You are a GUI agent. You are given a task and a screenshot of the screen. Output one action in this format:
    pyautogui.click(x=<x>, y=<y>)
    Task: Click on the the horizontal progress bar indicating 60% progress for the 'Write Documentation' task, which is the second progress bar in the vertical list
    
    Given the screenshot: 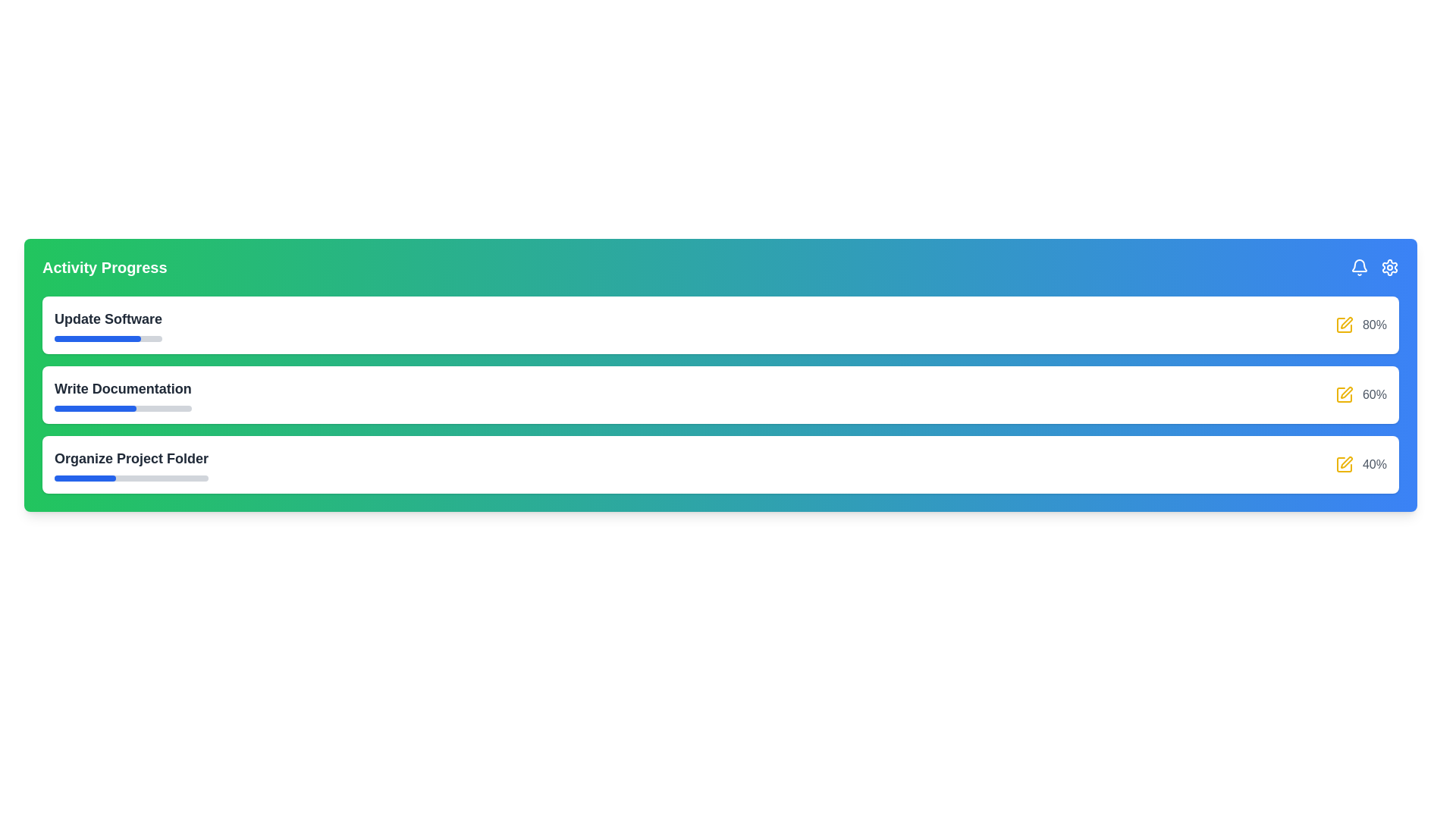 What is the action you would take?
    pyautogui.click(x=123, y=408)
    